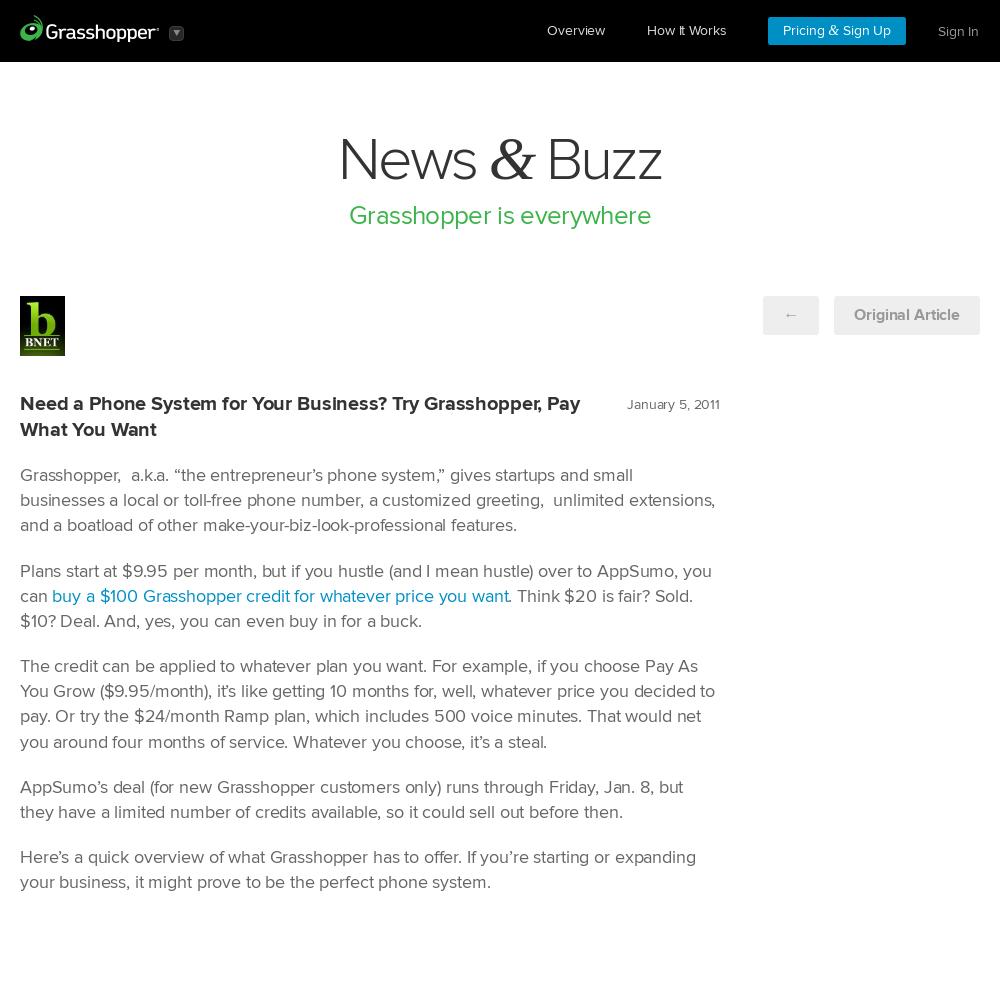  What do you see at coordinates (596, 160) in the screenshot?
I see `'Buzz'` at bounding box center [596, 160].